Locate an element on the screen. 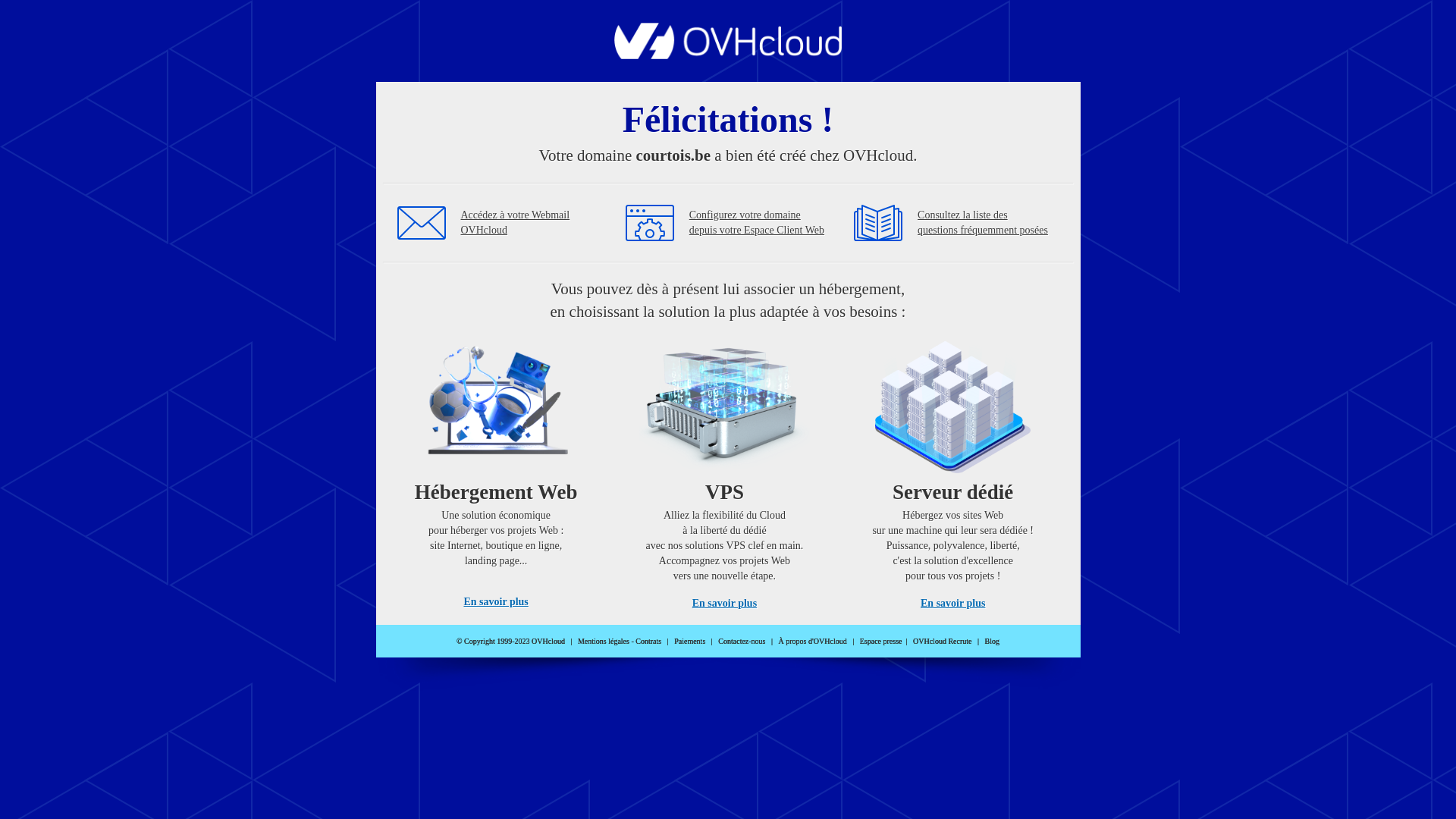  'En savoir plus' is located at coordinates (495, 601).